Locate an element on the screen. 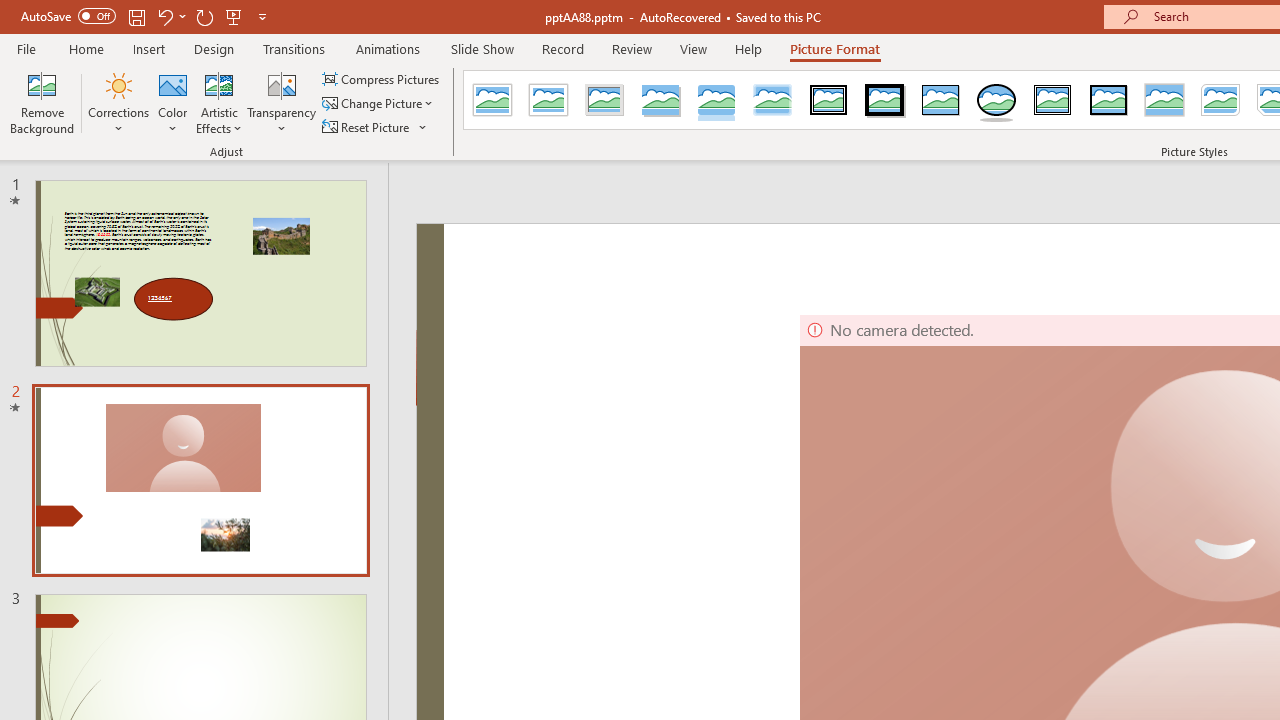 The image size is (1280, 720). 'Reset Picture' is located at coordinates (367, 127).